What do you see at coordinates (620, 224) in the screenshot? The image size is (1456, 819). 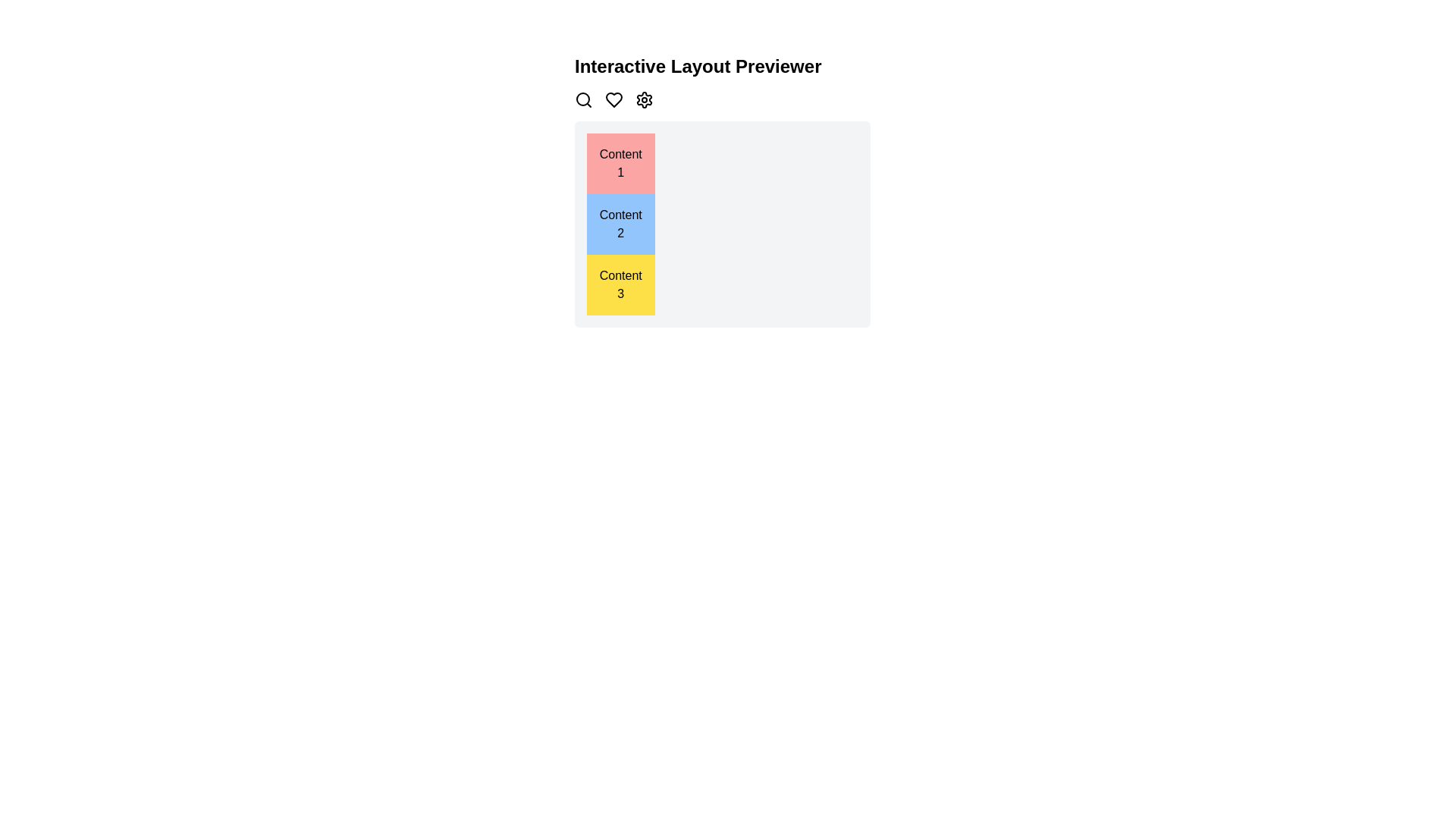 I see `the informational block labeled 'Content 2', which is the middle element in a vertical stack of three elements with a light gray background` at bounding box center [620, 224].